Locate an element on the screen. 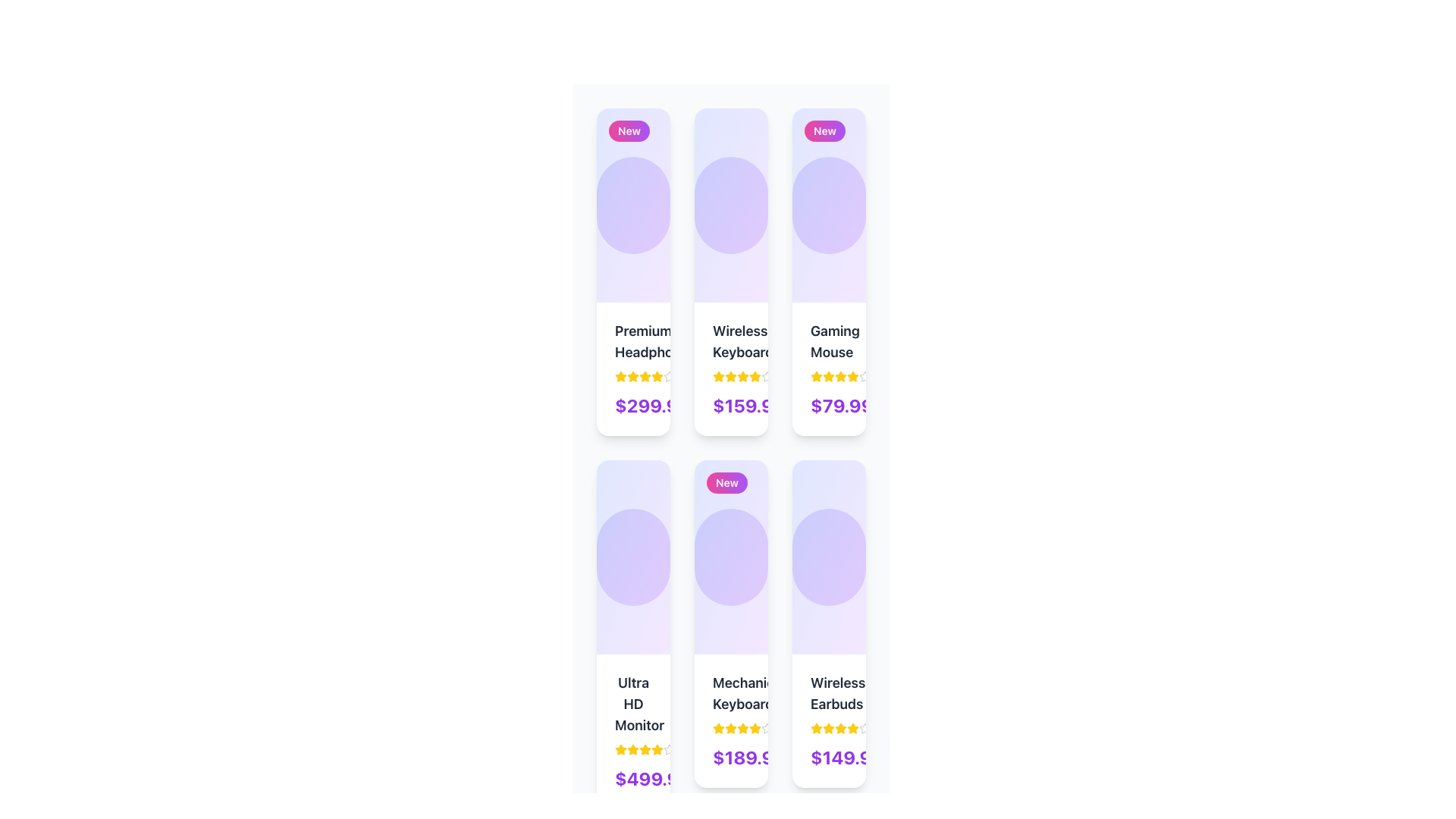 This screenshot has width=1456, height=819. the yellow star icon representing the fifth star in the rating system for the 'Wireless Earbuds' product located at the bottom section of the card is located at coordinates (839, 727).